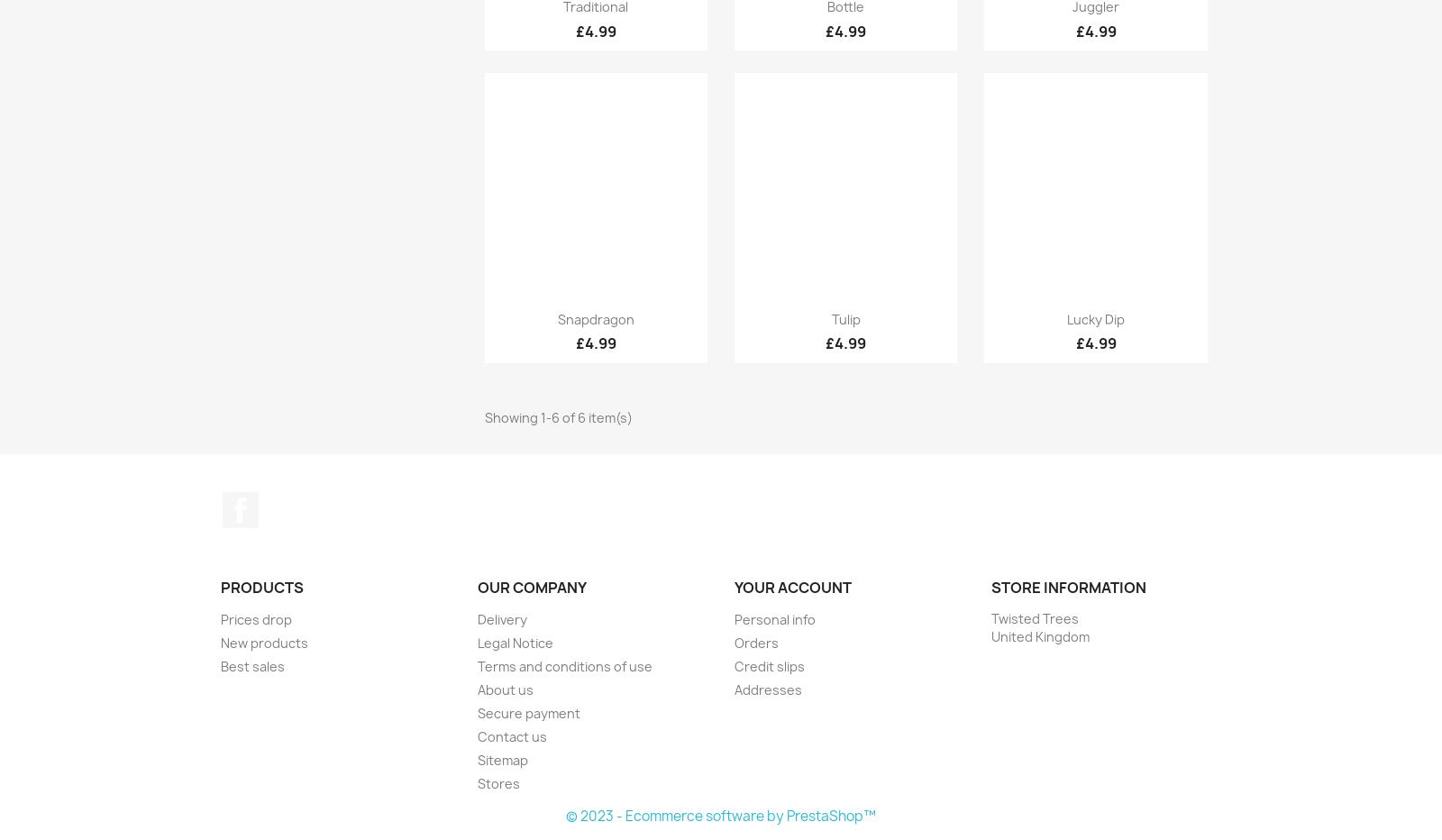 This screenshot has height=840, width=1442. What do you see at coordinates (220, 619) in the screenshot?
I see `'Prices drop'` at bounding box center [220, 619].